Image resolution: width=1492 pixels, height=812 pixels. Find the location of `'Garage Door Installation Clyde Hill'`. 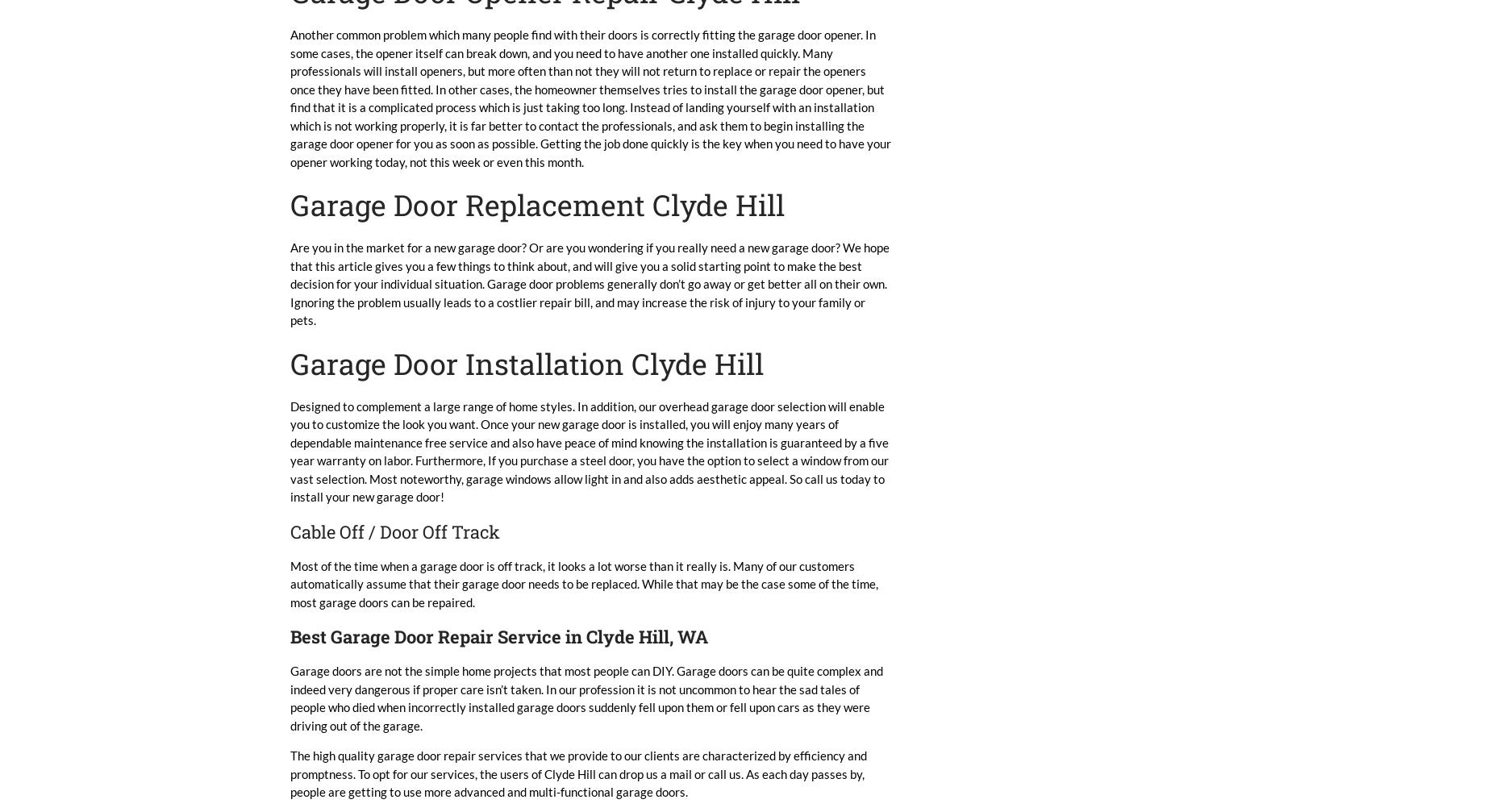

'Garage Door Installation Clyde Hill' is located at coordinates (527, 363).